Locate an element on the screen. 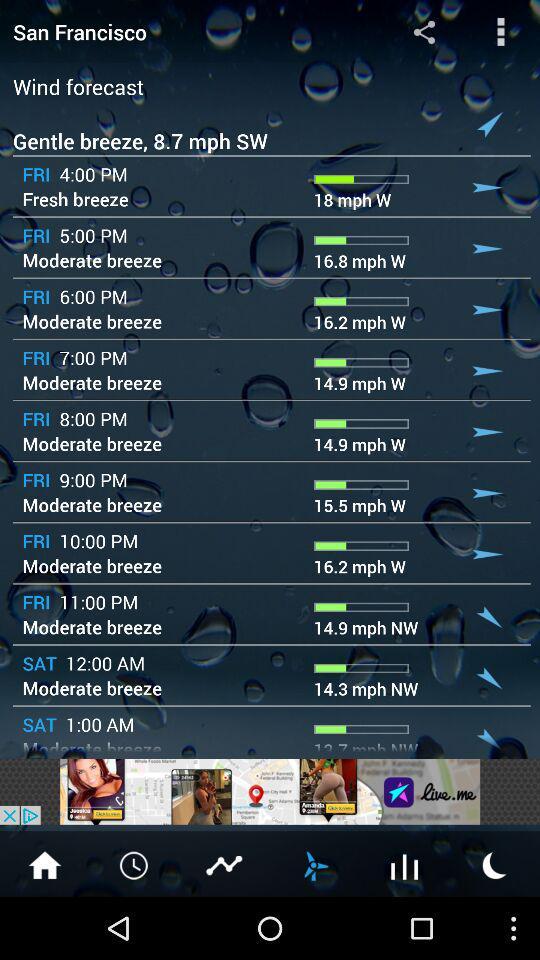 This screenshot has height=960, width=540. go home is located at coordinates (44, 863).